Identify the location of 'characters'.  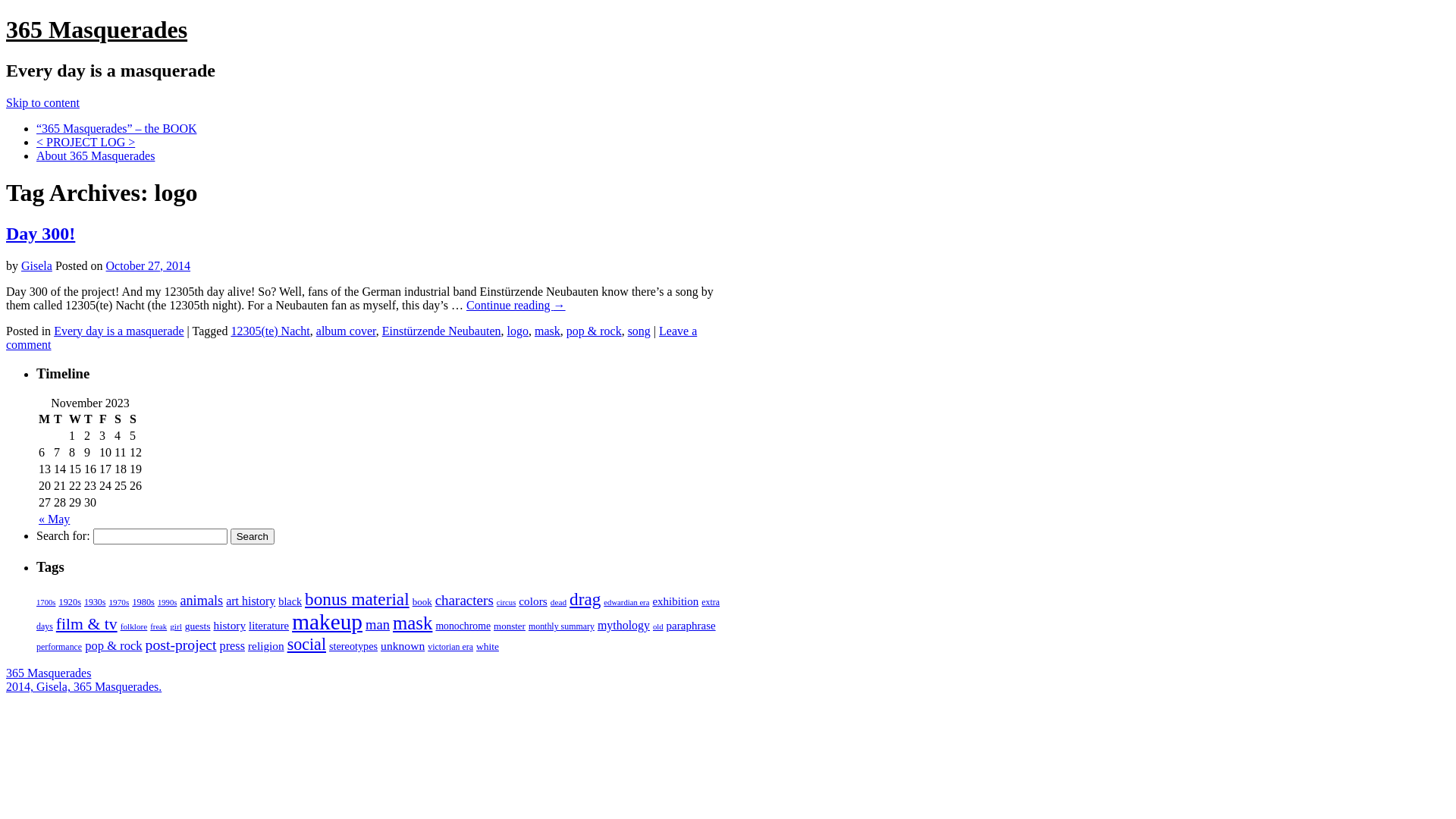
(463, 599).